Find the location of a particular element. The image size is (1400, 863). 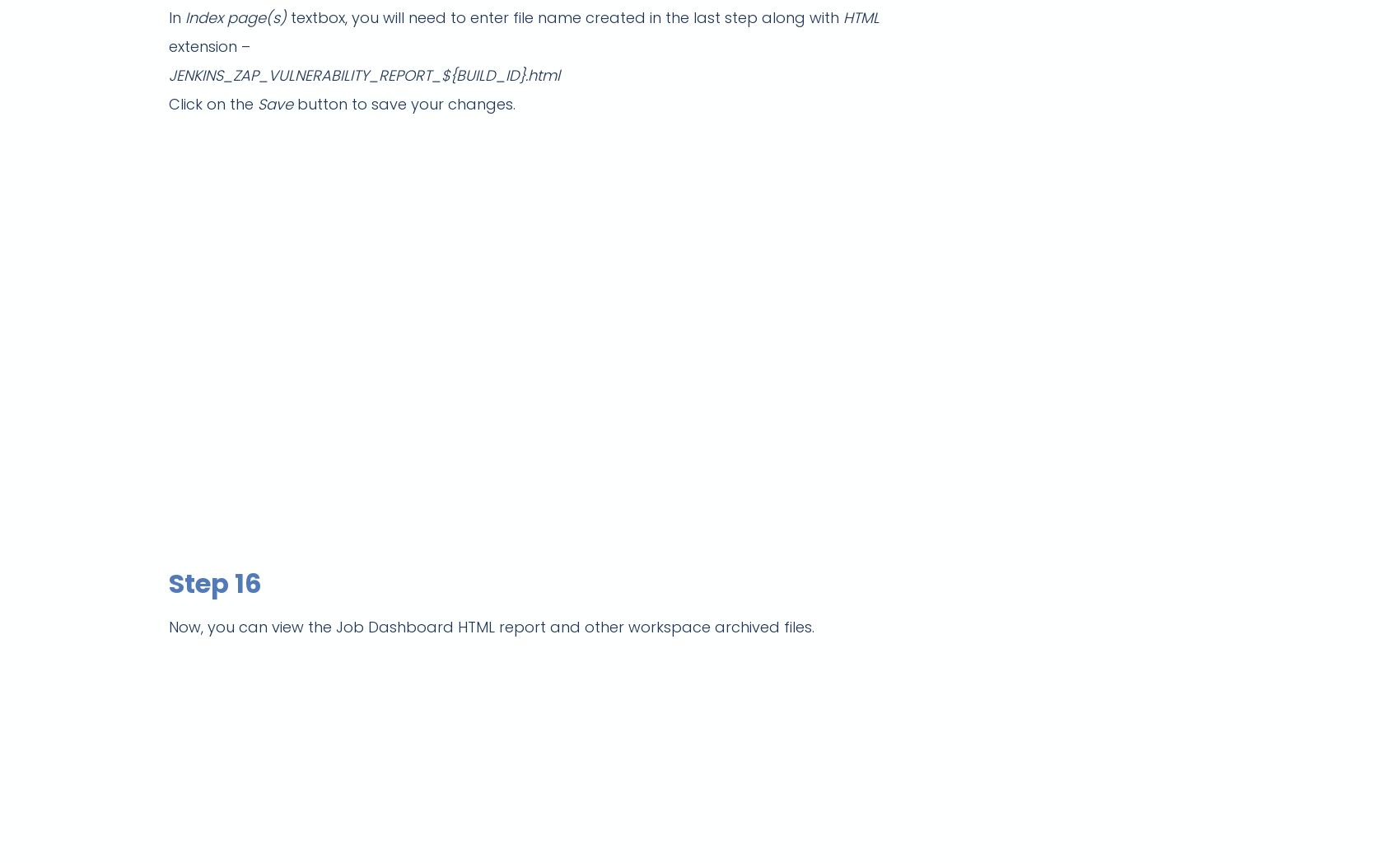

'JENKINS_ZAP_VULNERABILITY_REPORT_${BUILD_ID}.html' is located at coordinates (364, 74).